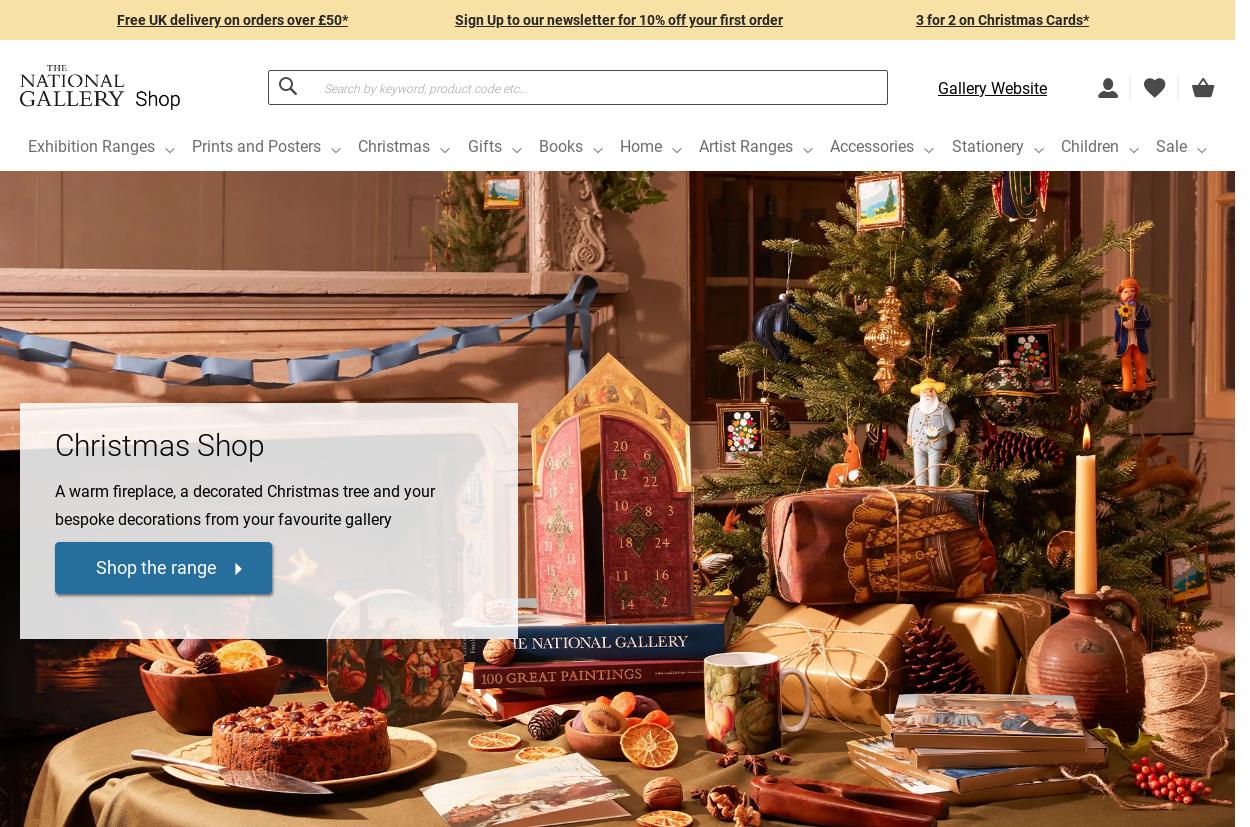 This screenshot has height=827, width=1250. What do you see at coordinates (121, 379) in the screenshot?
I see `'Christmas Gifts'` at bounding box center [121, 379].